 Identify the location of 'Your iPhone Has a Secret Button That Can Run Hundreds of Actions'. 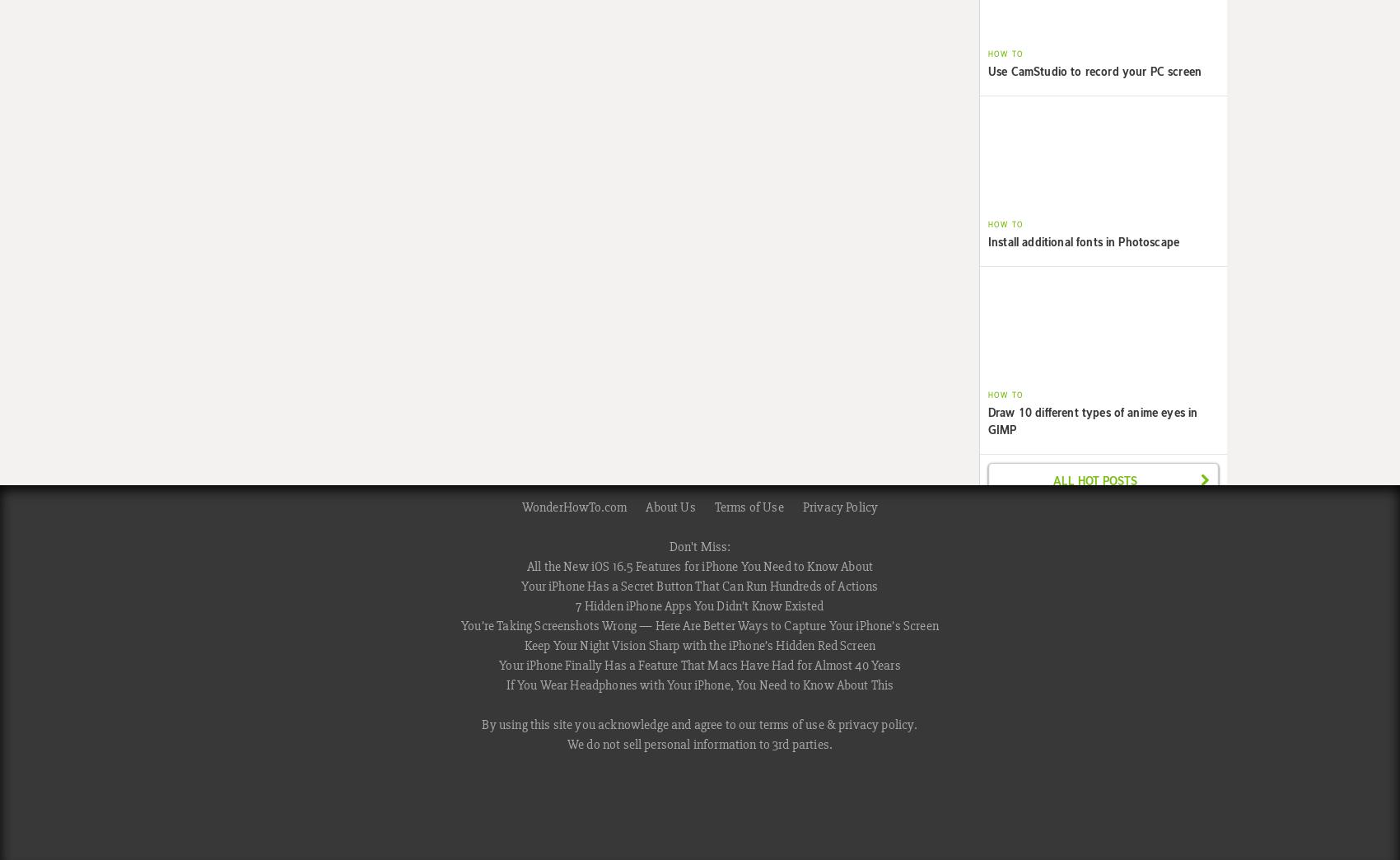
(698, 586).